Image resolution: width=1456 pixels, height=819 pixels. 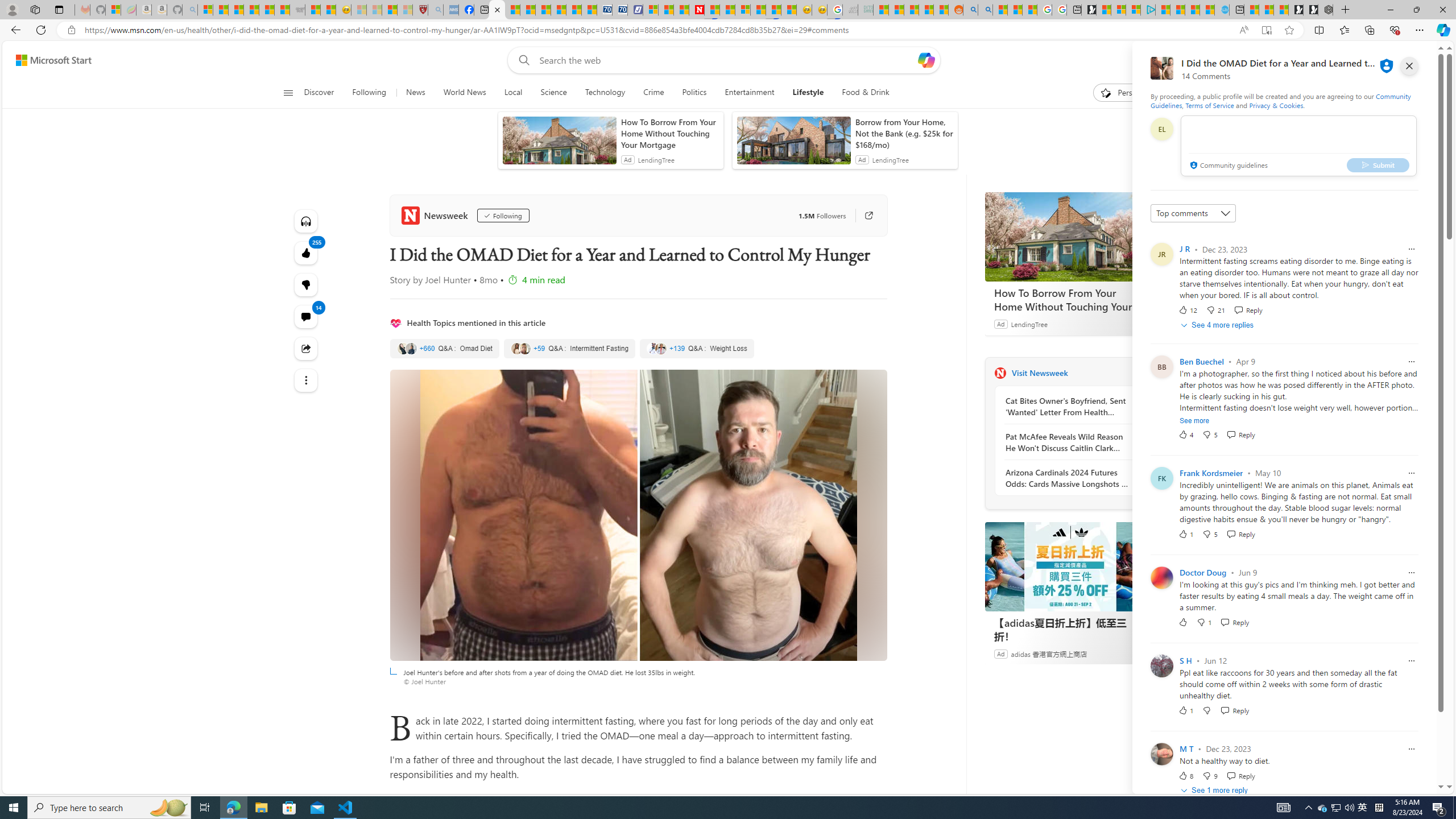 I want to click on 'New Report Confirms 2023 Was Record Hot | Watch', so click(x=266, y=9).